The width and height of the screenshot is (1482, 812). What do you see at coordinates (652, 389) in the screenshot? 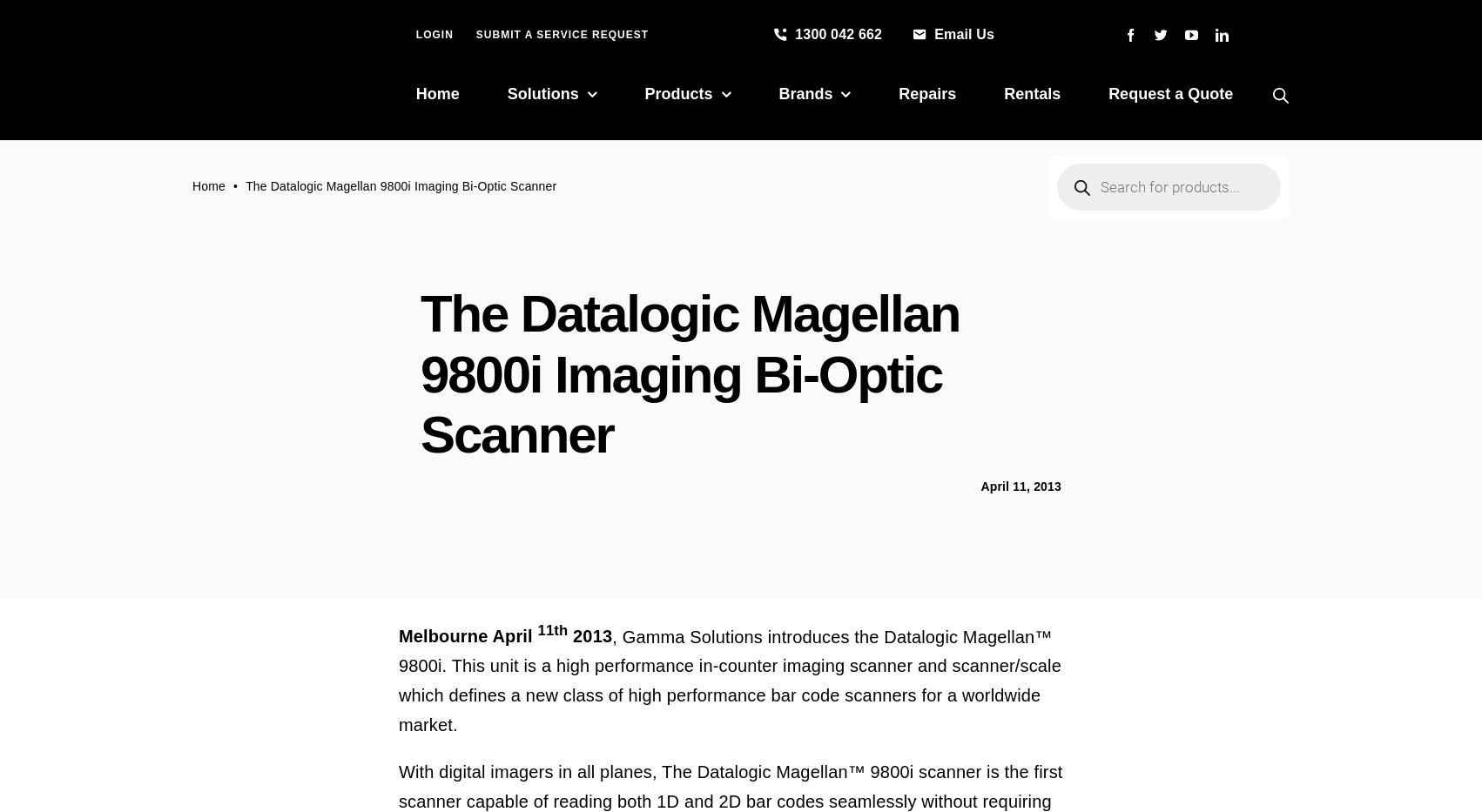
I see `'Software'` at bounding box center [652, 389].